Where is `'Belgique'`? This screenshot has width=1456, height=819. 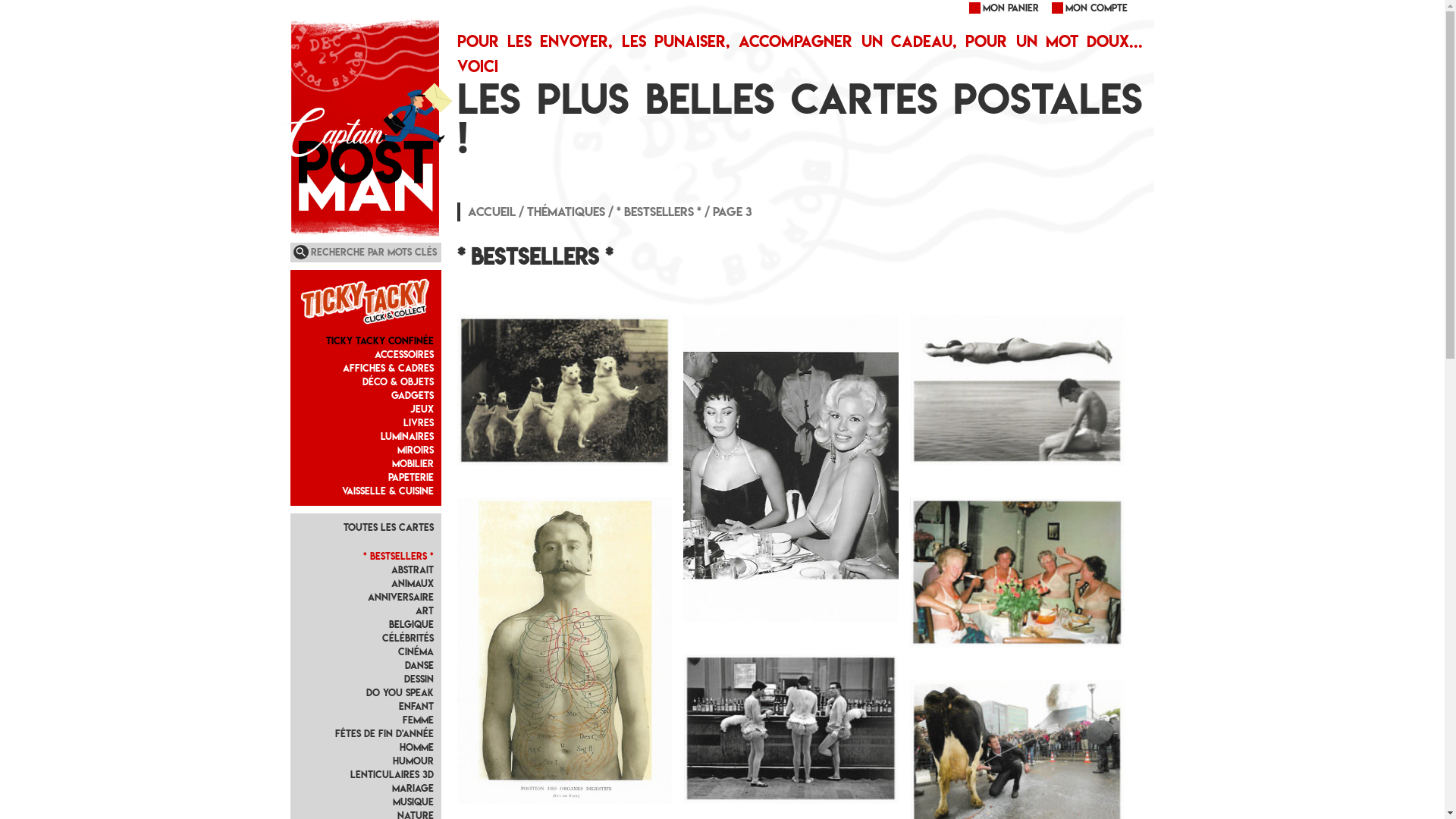
'Belgique' is located at coordinates (389, 624).